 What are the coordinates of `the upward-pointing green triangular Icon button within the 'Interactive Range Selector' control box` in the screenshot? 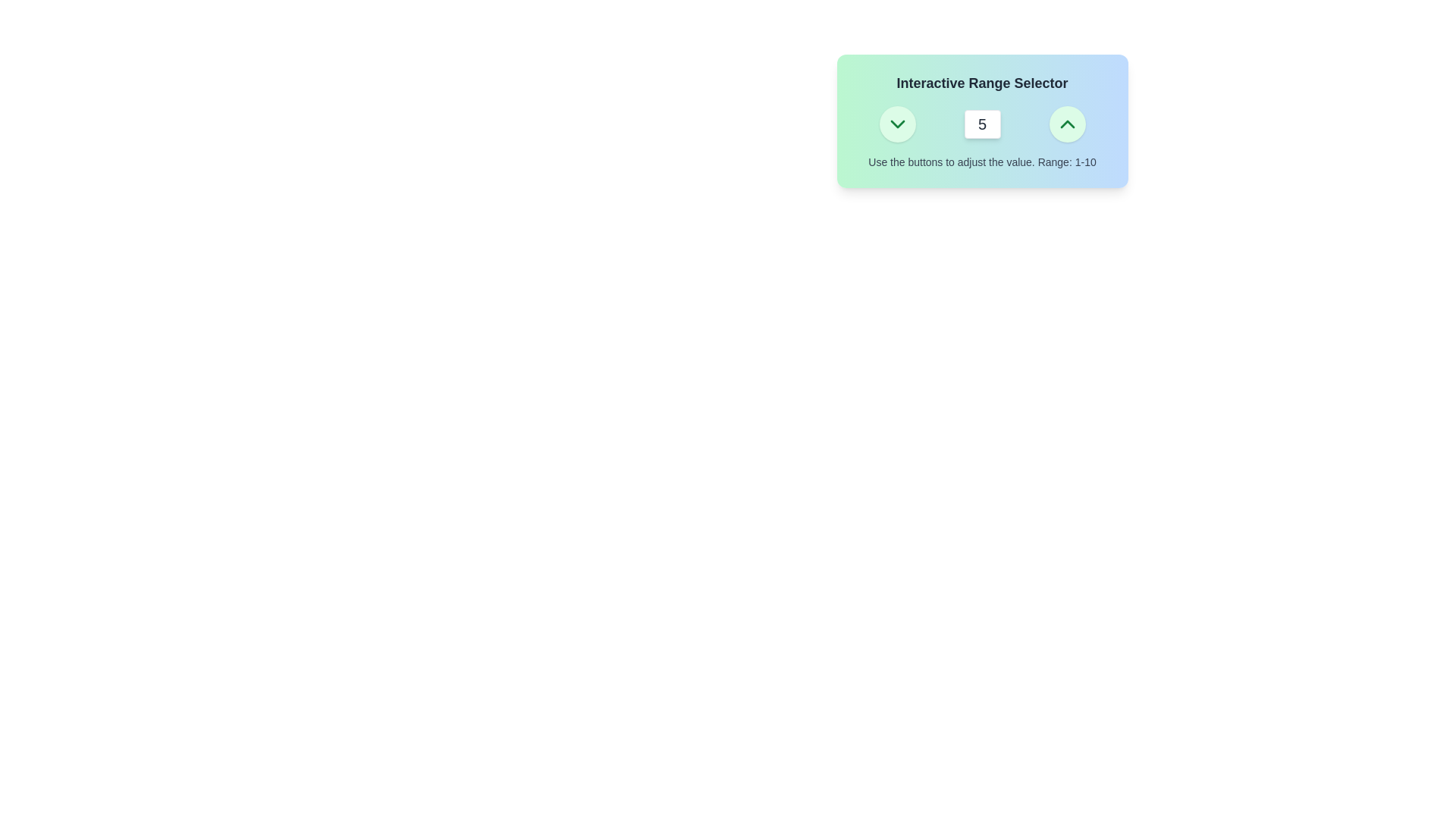 It's located at (1066, 124).